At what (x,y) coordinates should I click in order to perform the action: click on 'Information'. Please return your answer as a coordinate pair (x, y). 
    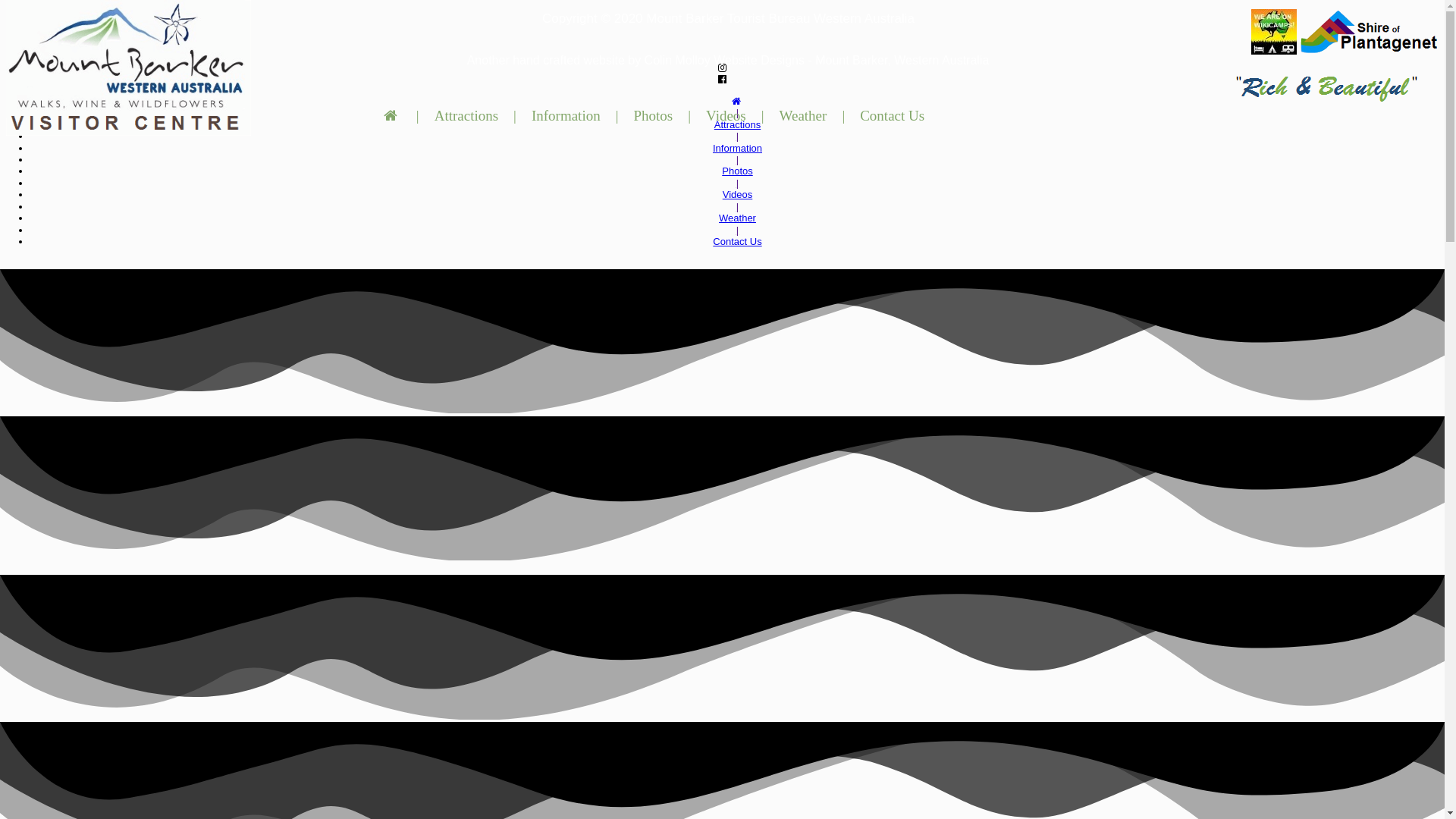
    Looking at the image, I should click on (737, 148).